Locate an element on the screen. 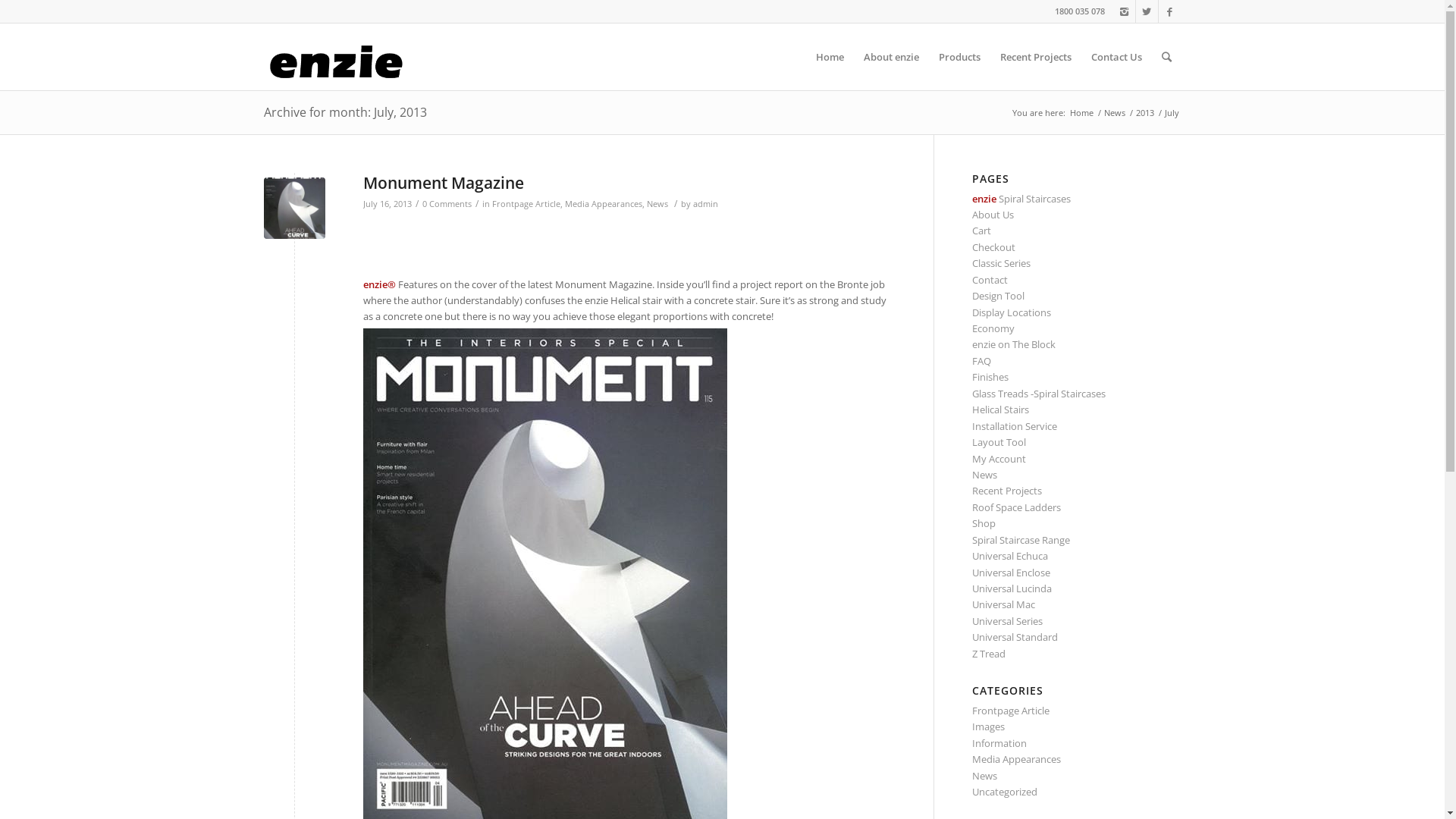 The width and height of the screenshot is (1456, 819). 'Classic Series' is located at coordinates (1001, 262).